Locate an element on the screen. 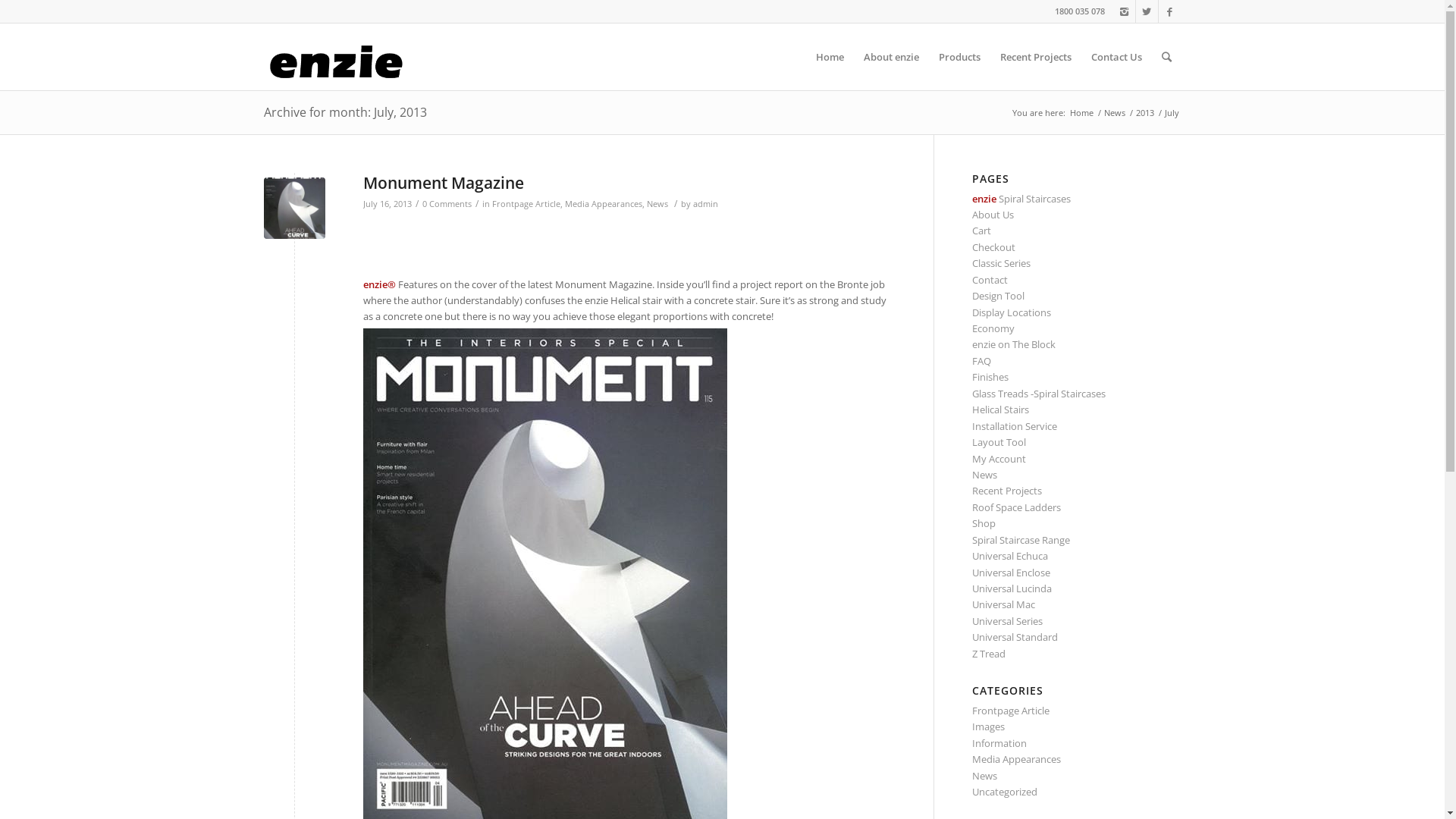 The width and height of the screenshot is (1456, 819). 'Classic Series' is located at coordinates (1001, 262).